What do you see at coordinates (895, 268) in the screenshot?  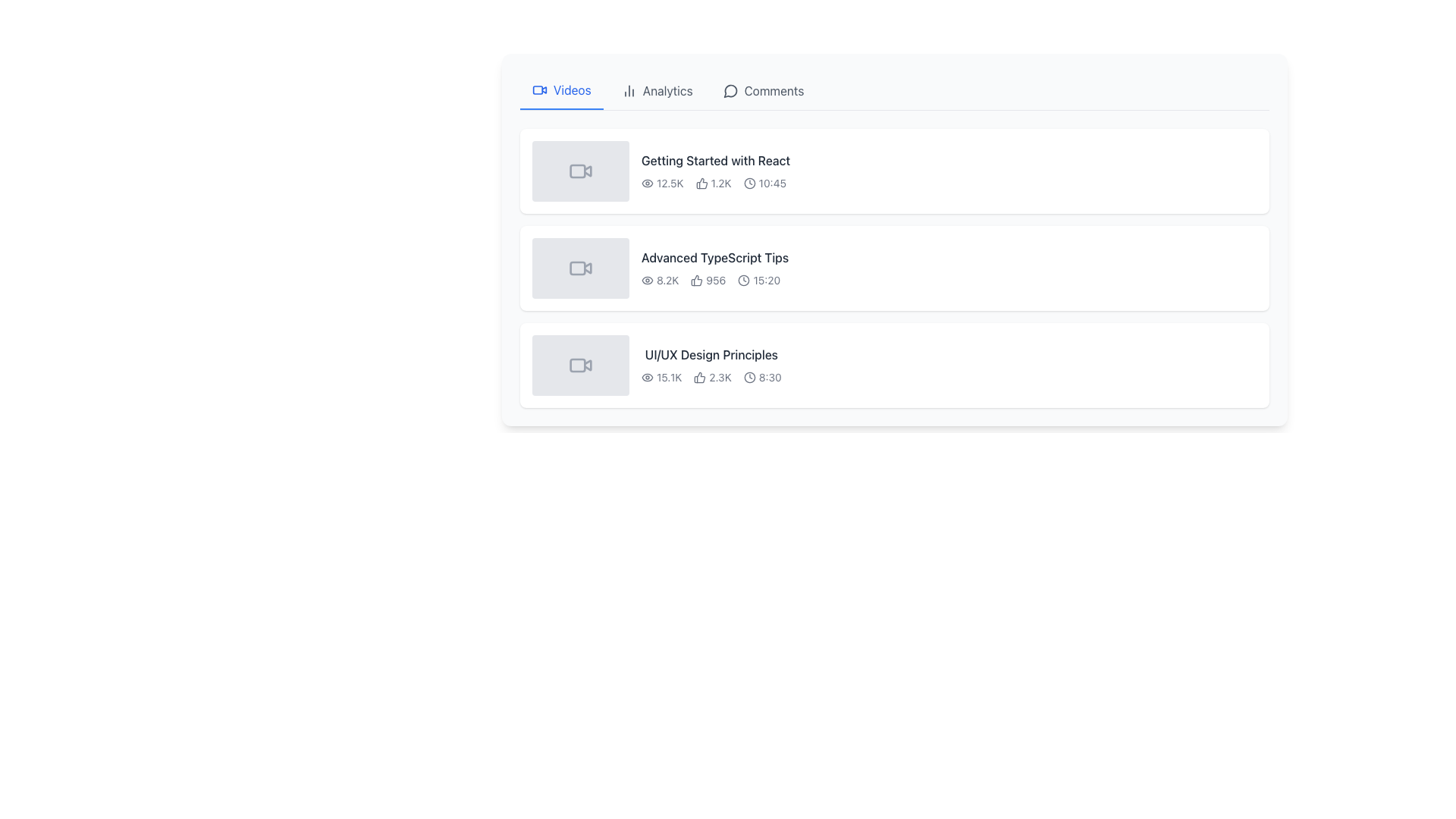 I see `the selectable video card item located in the second item slot of the vertically stacked list, positioned centrally between 'Getting Started with React' and 'UI/UX Design Principles'` at bounding box center [895, 268].